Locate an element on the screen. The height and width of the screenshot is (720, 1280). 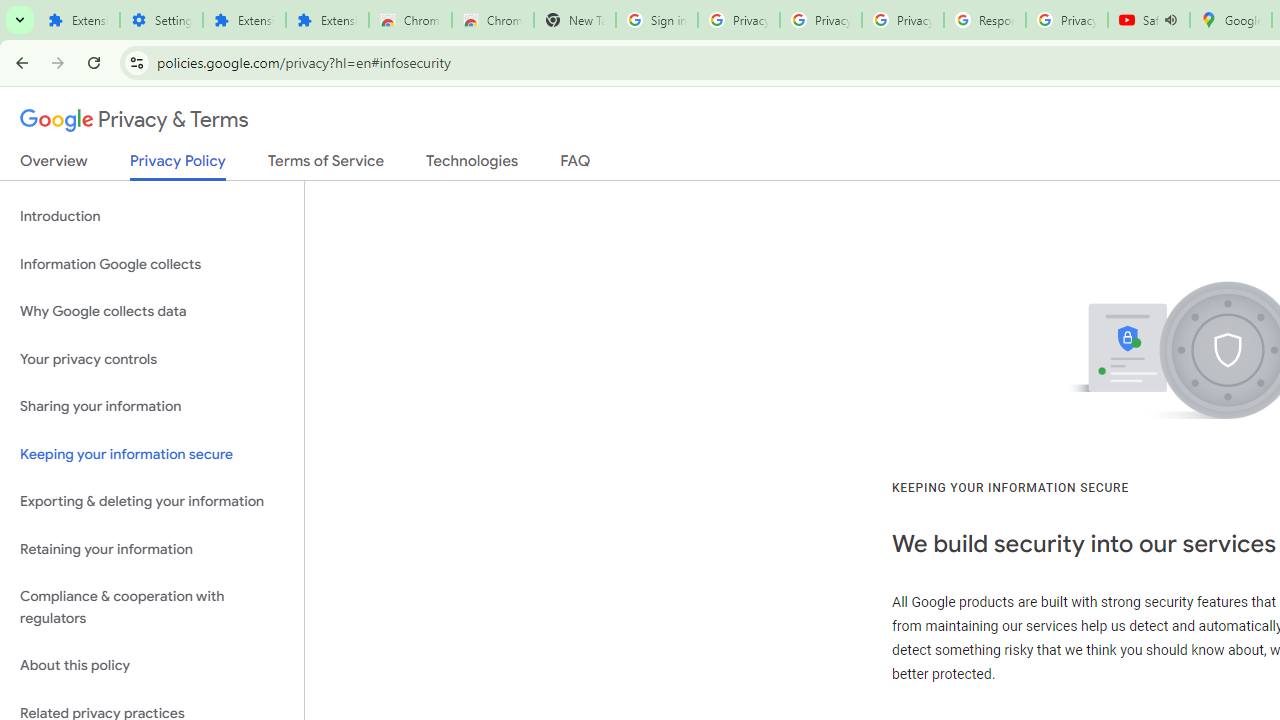
'About this policy' is located at coordinates (151, 666).